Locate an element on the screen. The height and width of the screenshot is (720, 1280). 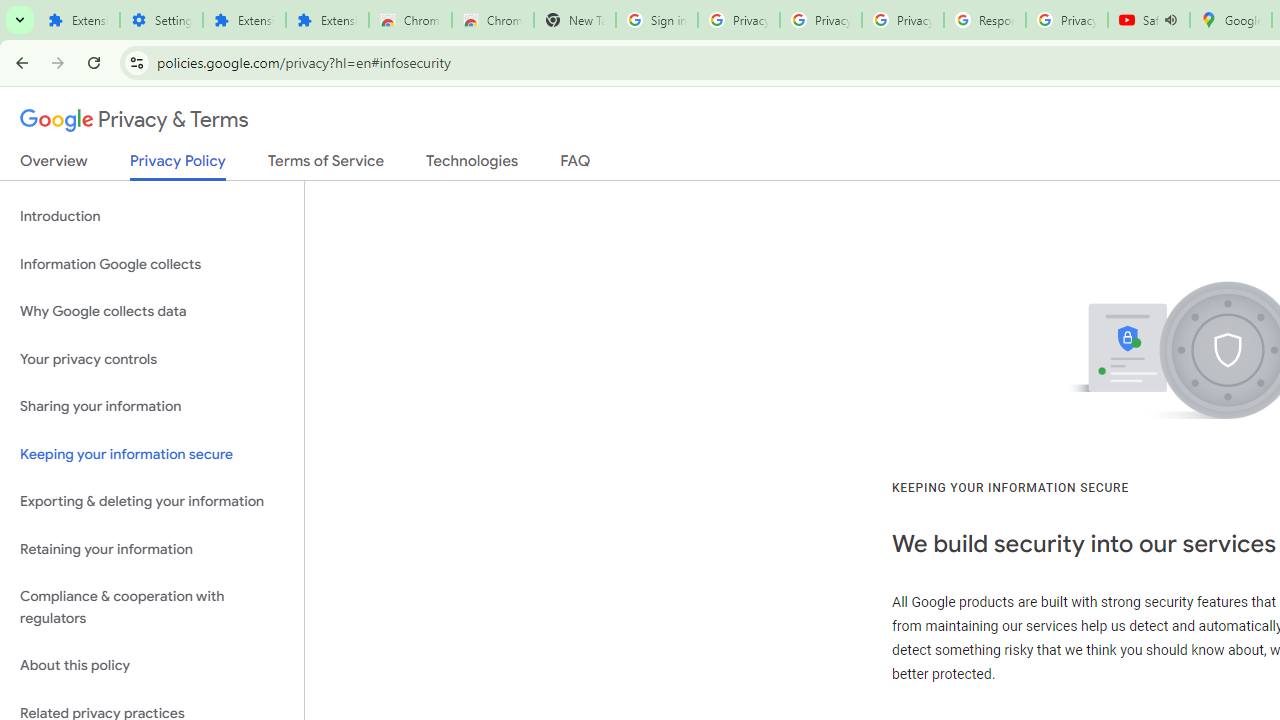
'About this policy' is located at coordinates (151, 666).